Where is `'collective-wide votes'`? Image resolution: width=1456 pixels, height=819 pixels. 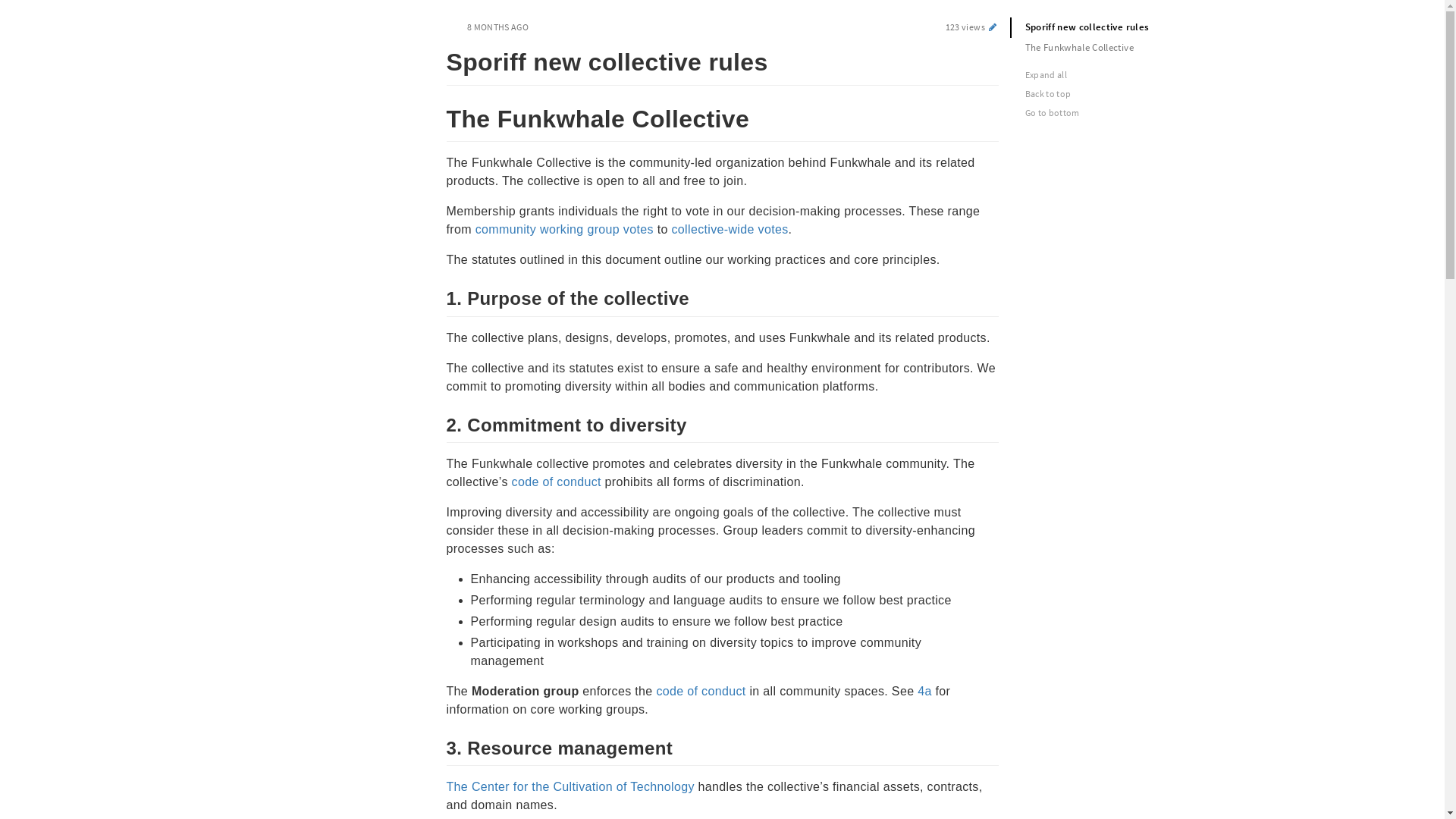 'collective-wide votes' is located at coordinates (670, 229).